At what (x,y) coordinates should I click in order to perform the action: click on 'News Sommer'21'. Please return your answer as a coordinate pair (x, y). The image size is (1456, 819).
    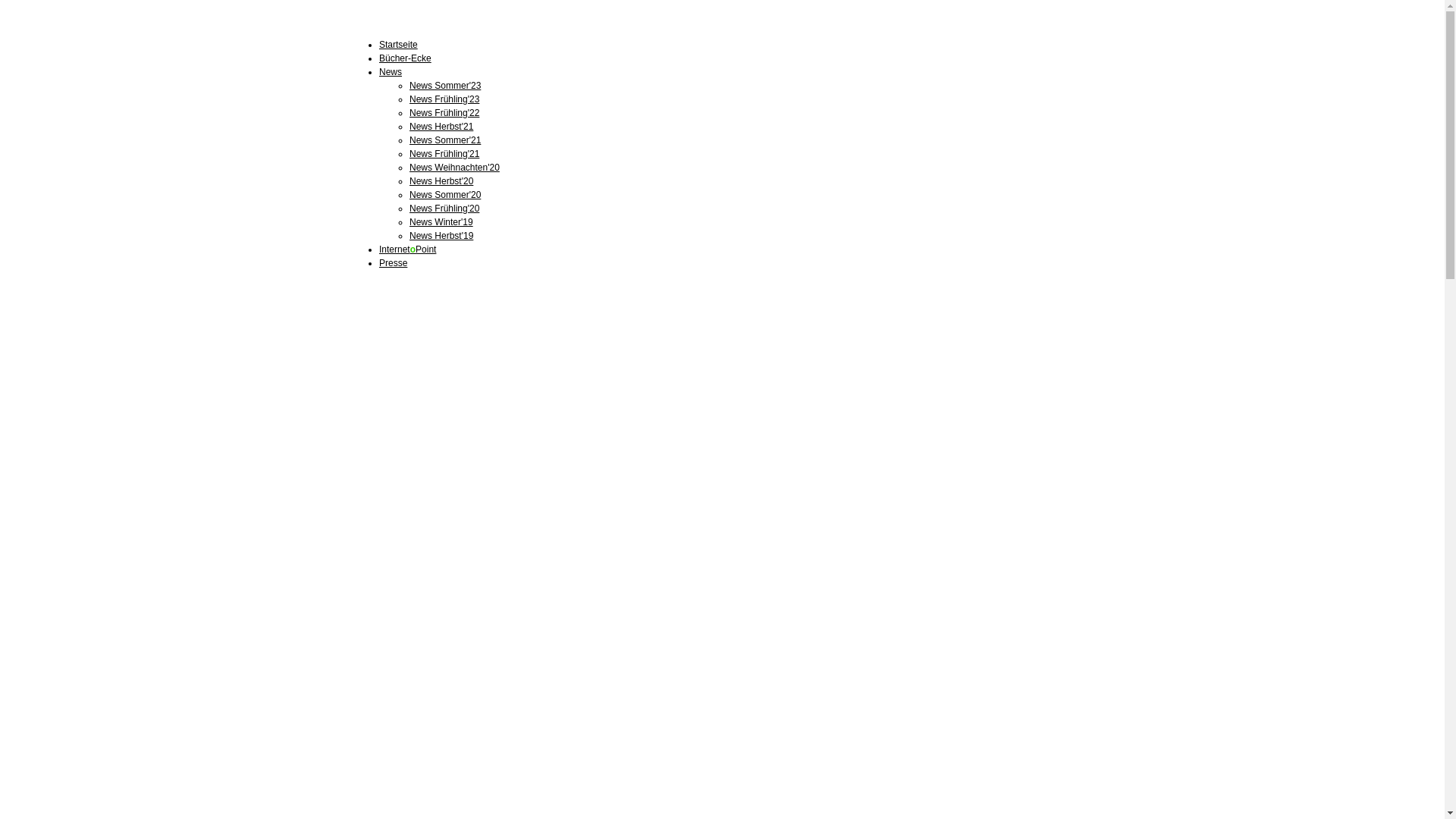
    Looking at the image, I should click on (444, 140).